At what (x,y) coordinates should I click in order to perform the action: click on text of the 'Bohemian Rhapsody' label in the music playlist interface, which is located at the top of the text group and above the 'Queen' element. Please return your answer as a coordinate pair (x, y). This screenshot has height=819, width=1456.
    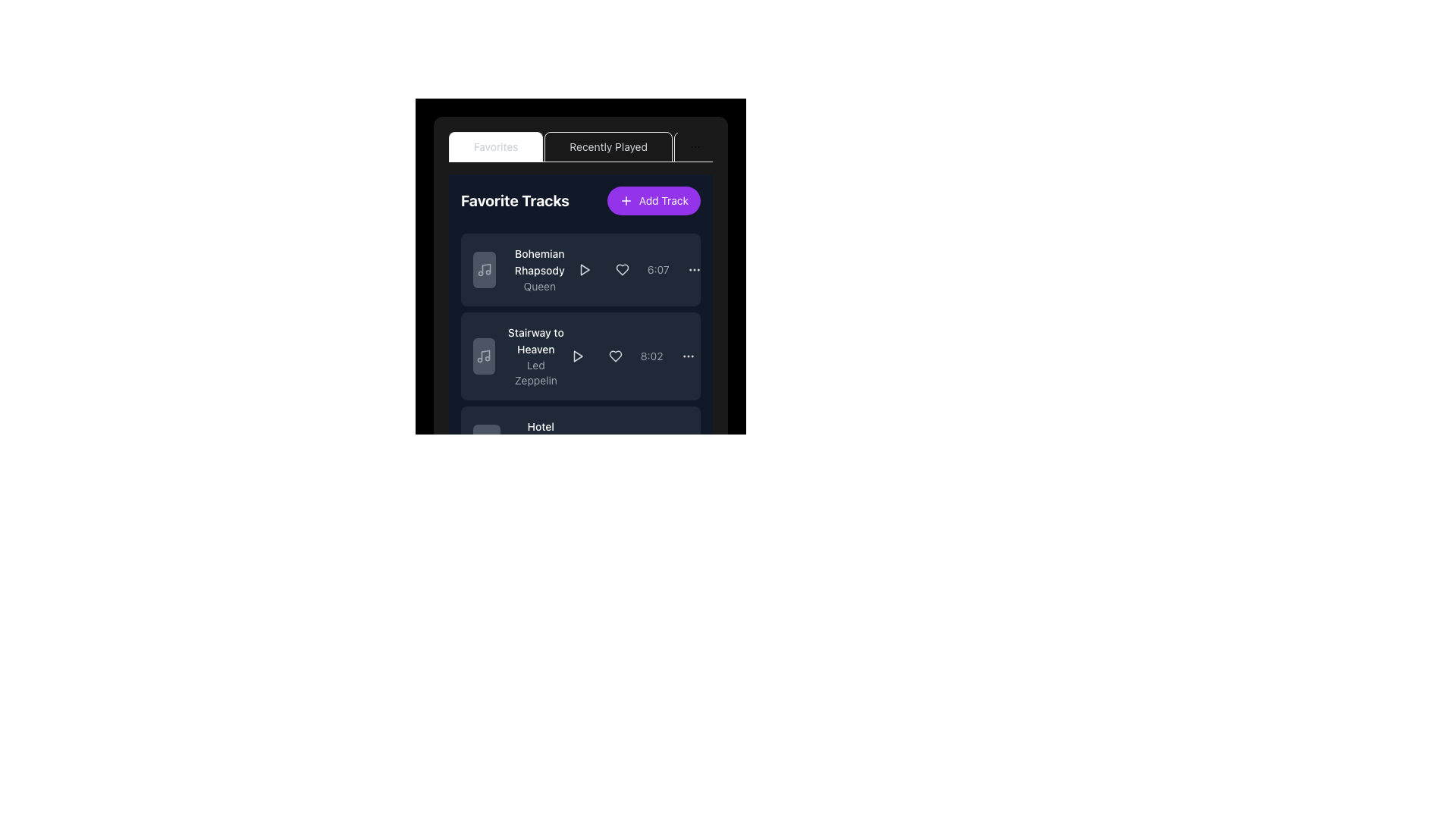
    Looking at the image, I should click on (539, 262).